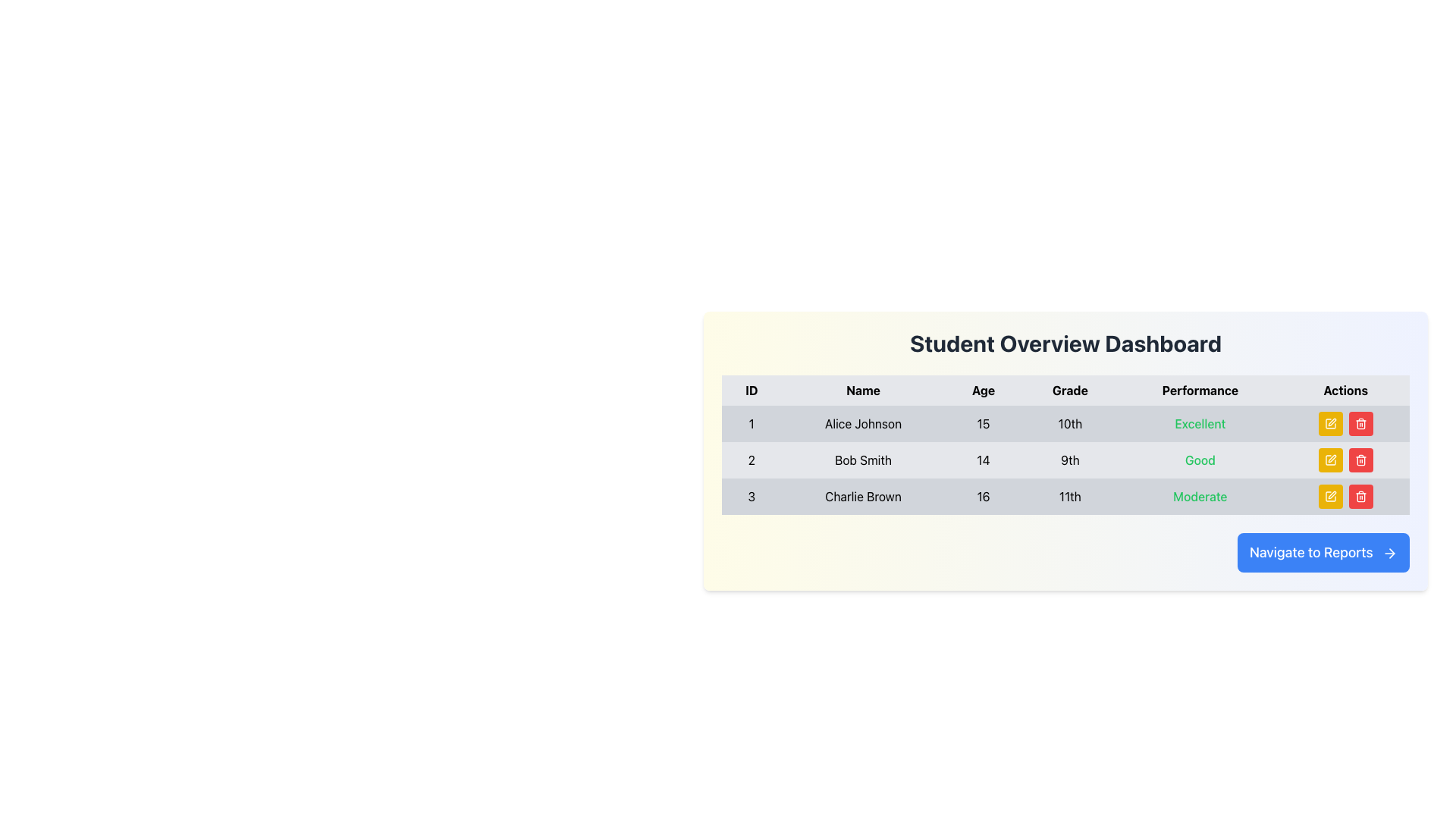  Describe the element at coordinates (1329, 459) in the screenshot. I see `the 'Edit' button located in the 'Actions' column of the second row in the 'Student Overview Dashboard'` at that location.